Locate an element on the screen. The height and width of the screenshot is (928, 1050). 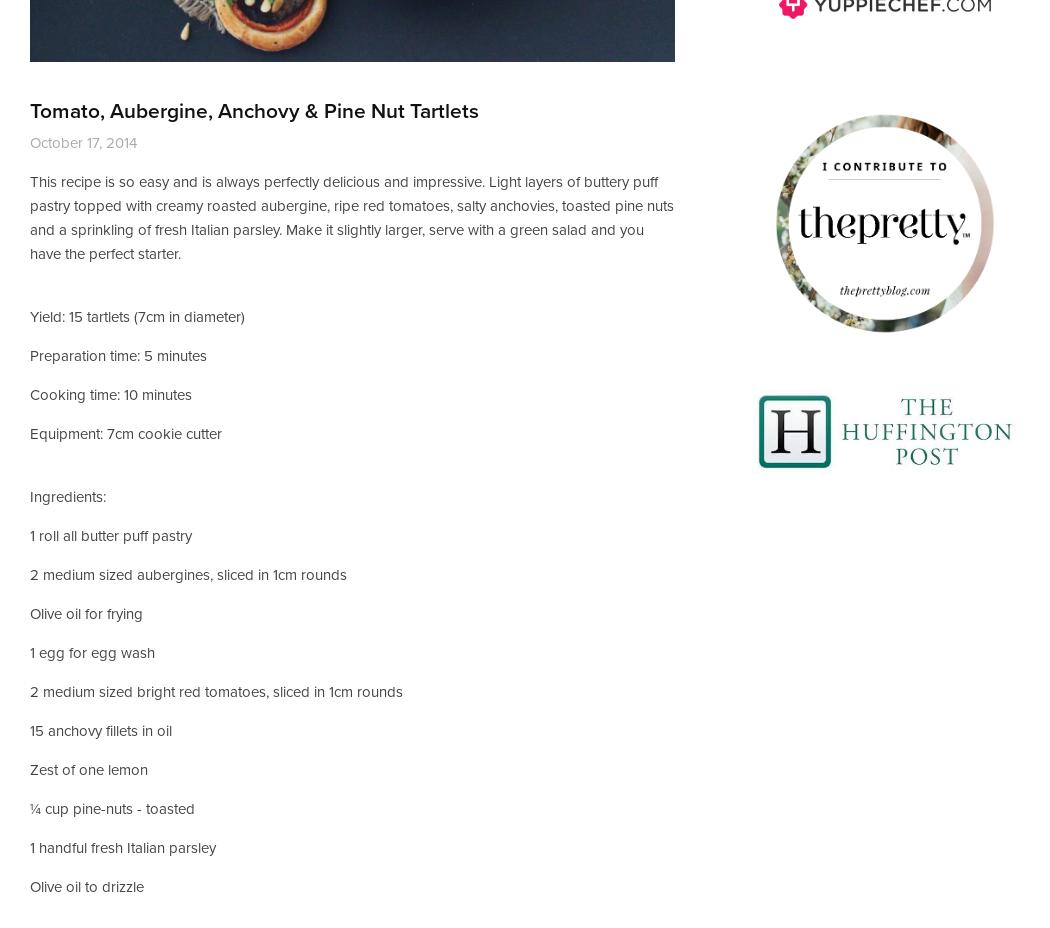
'2 medium sized bright red tomatoes, sliced in 1cm rounds' is located at coordinates (215, 690).